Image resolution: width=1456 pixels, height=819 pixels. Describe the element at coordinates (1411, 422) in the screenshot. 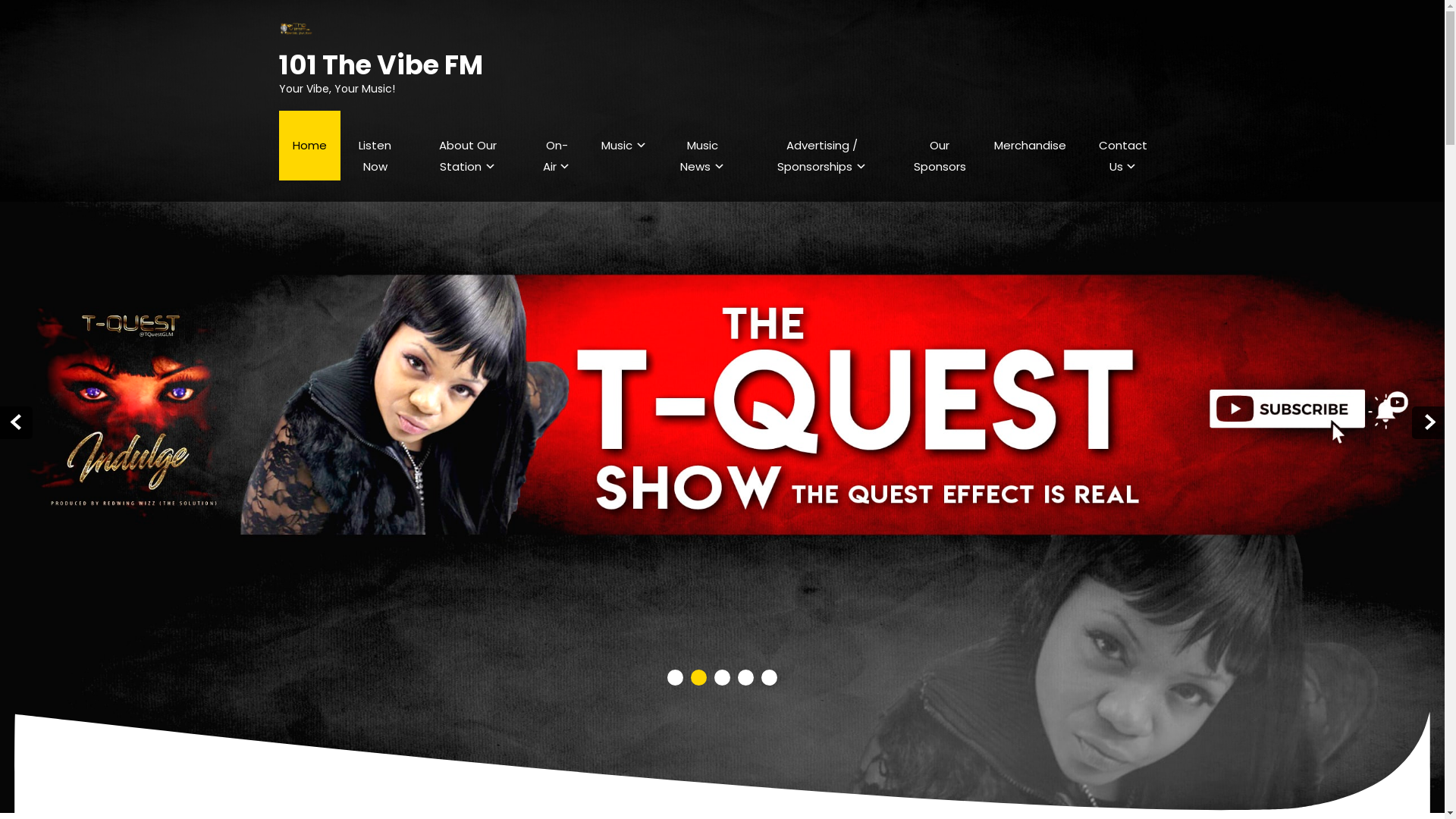

I see `'Next'` at that location.